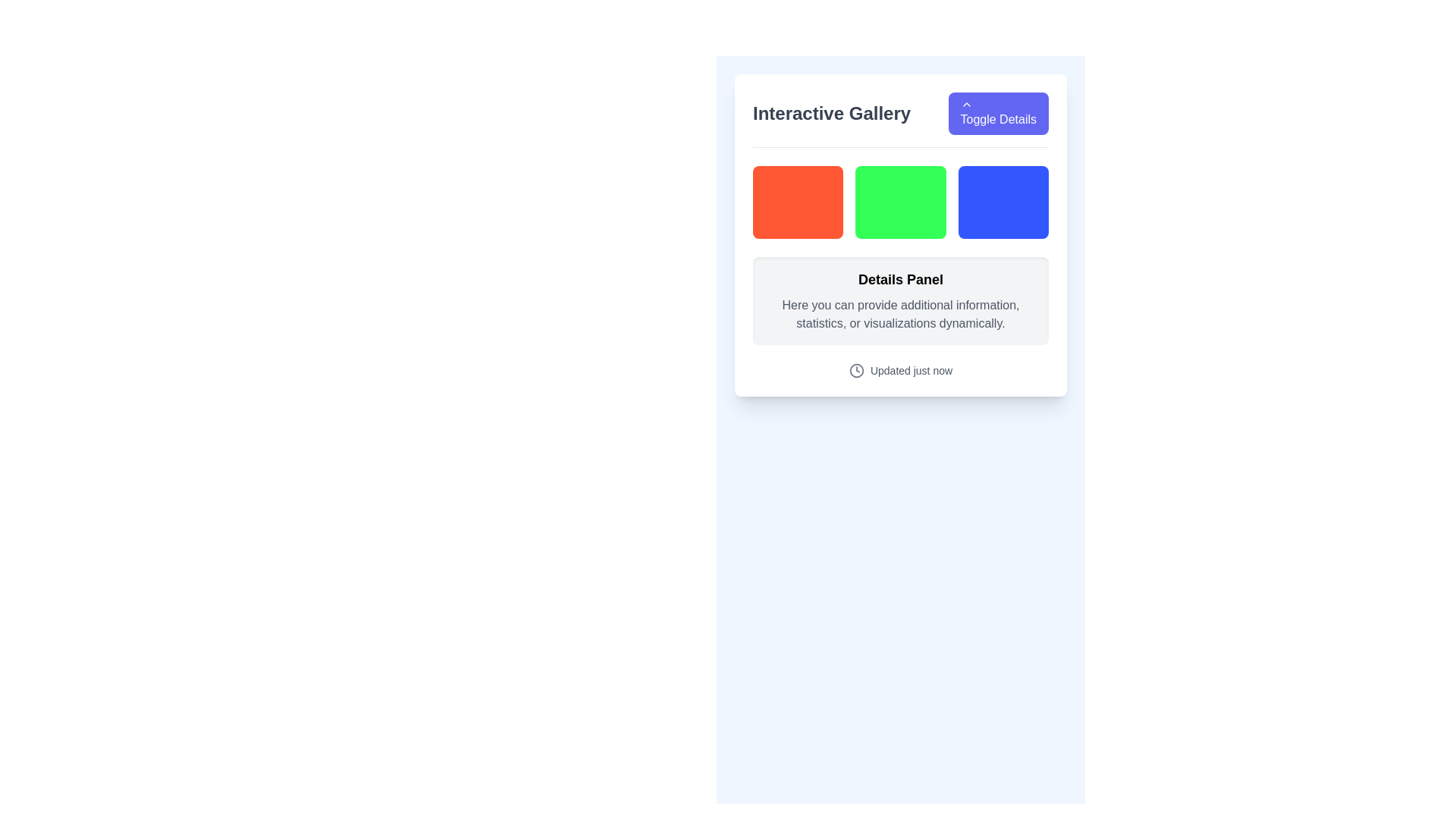 This screenshot has height=819, width=1456. I want to click on information displayed in the card titled 'Details Panel', which contains descriptive text and a timestamp, so click(901, 271).